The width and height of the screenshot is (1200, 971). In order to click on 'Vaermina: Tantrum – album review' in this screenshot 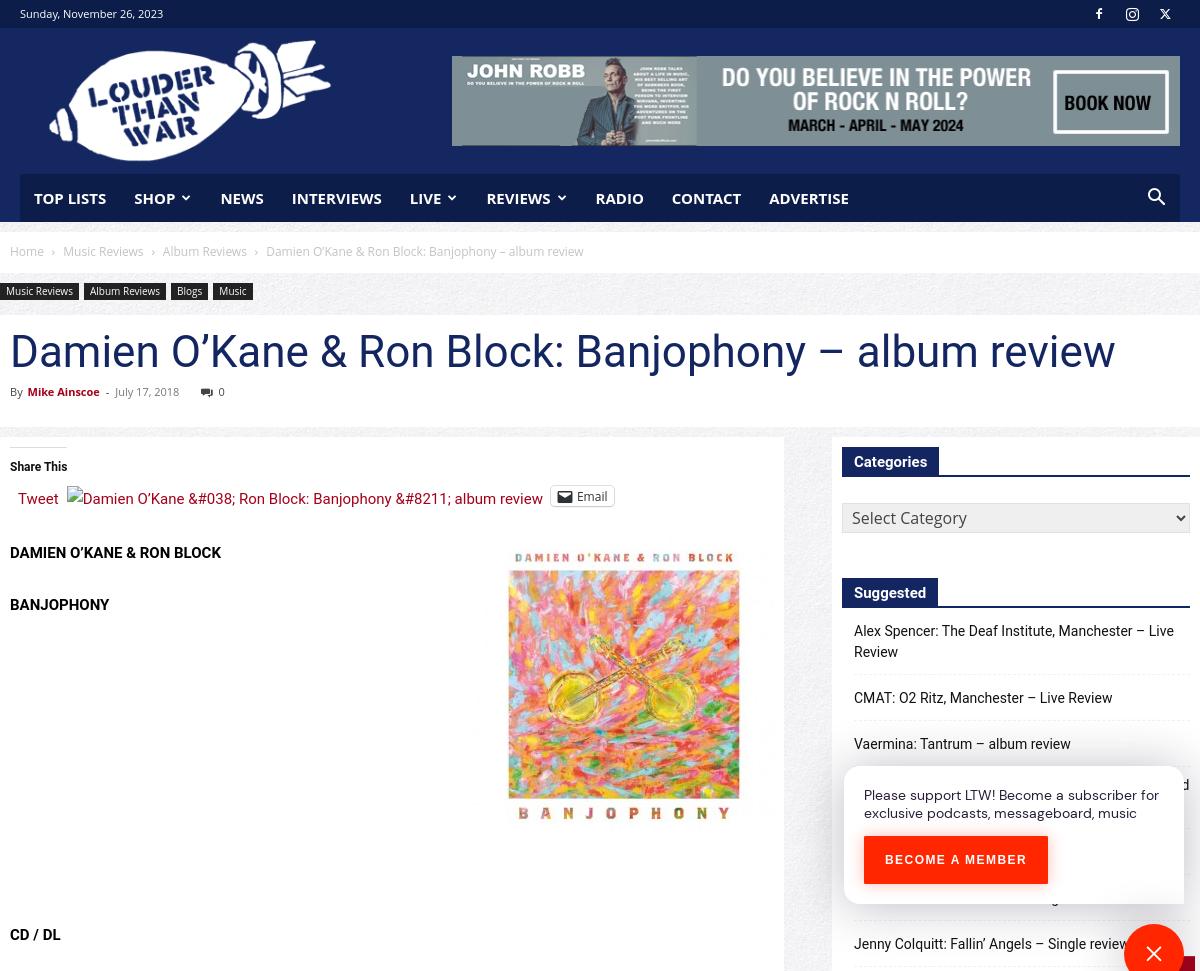, I will do `click(853, 742)`.